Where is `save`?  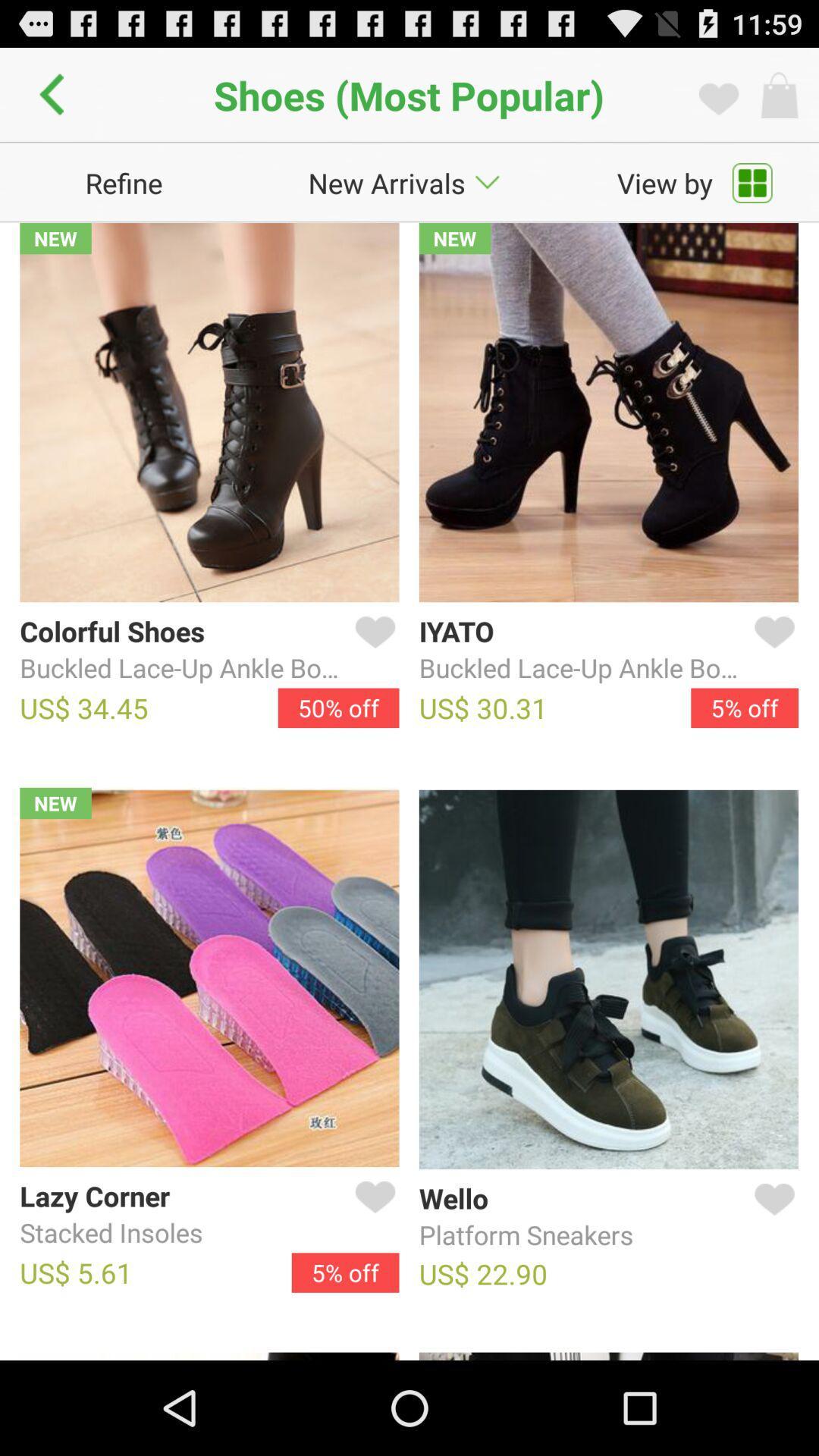 save is located at coordinates (771, 1217).